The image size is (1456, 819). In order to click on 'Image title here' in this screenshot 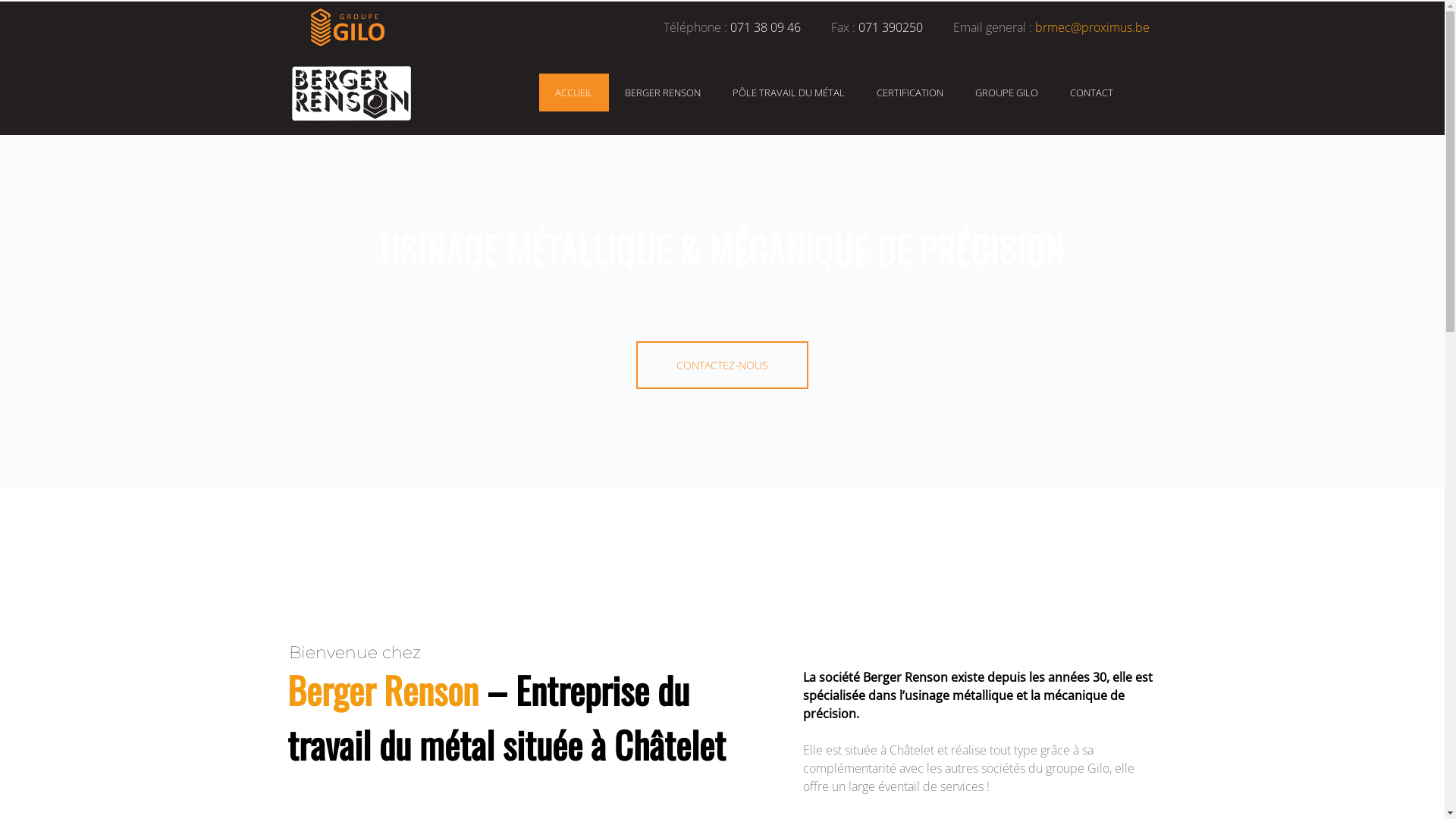, I will do `click(284, 93)`.